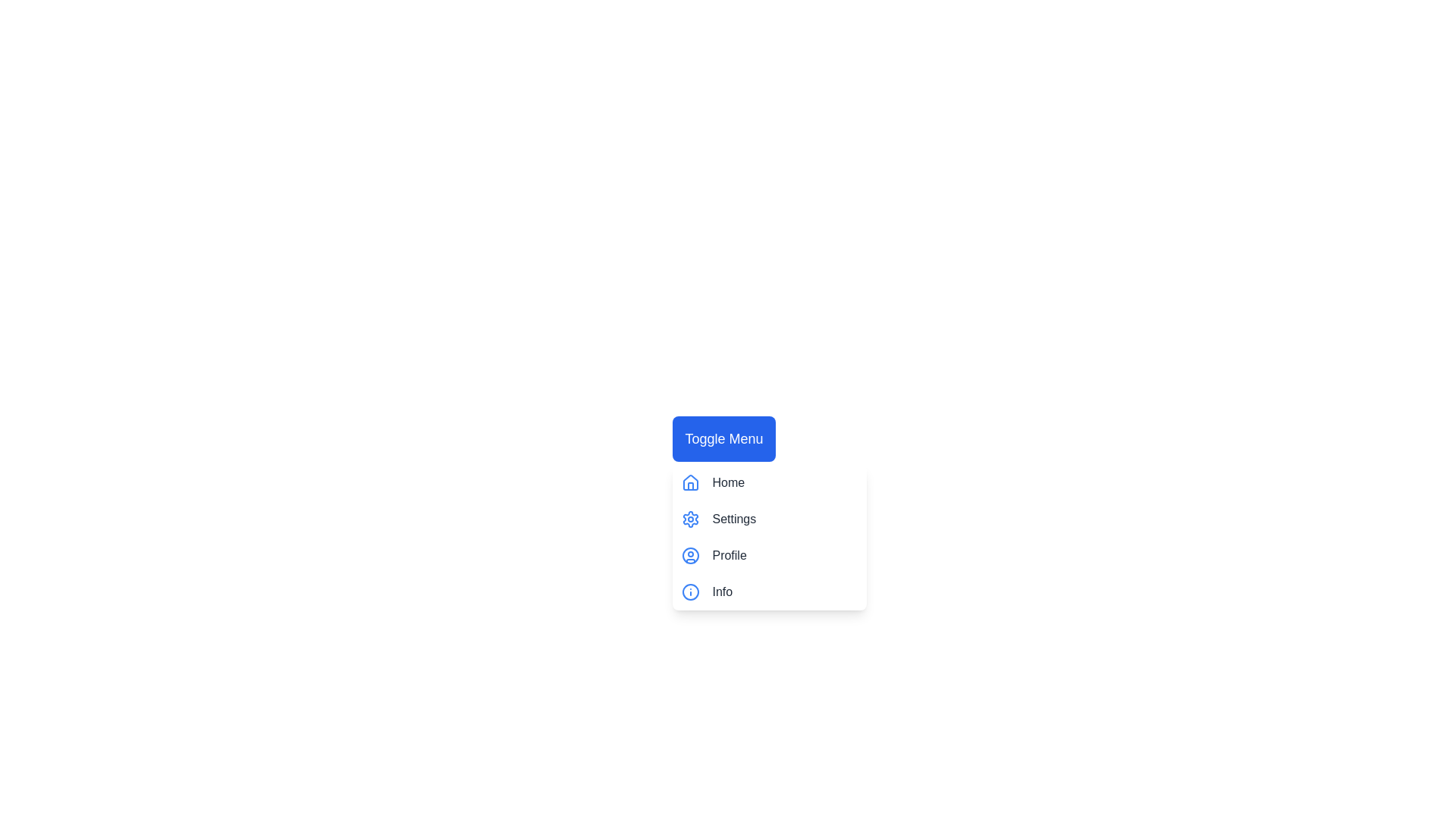  Describe the element at coordinates (770, 591) in the screenshot. I see `the menu item Info to highlight it` at that location.